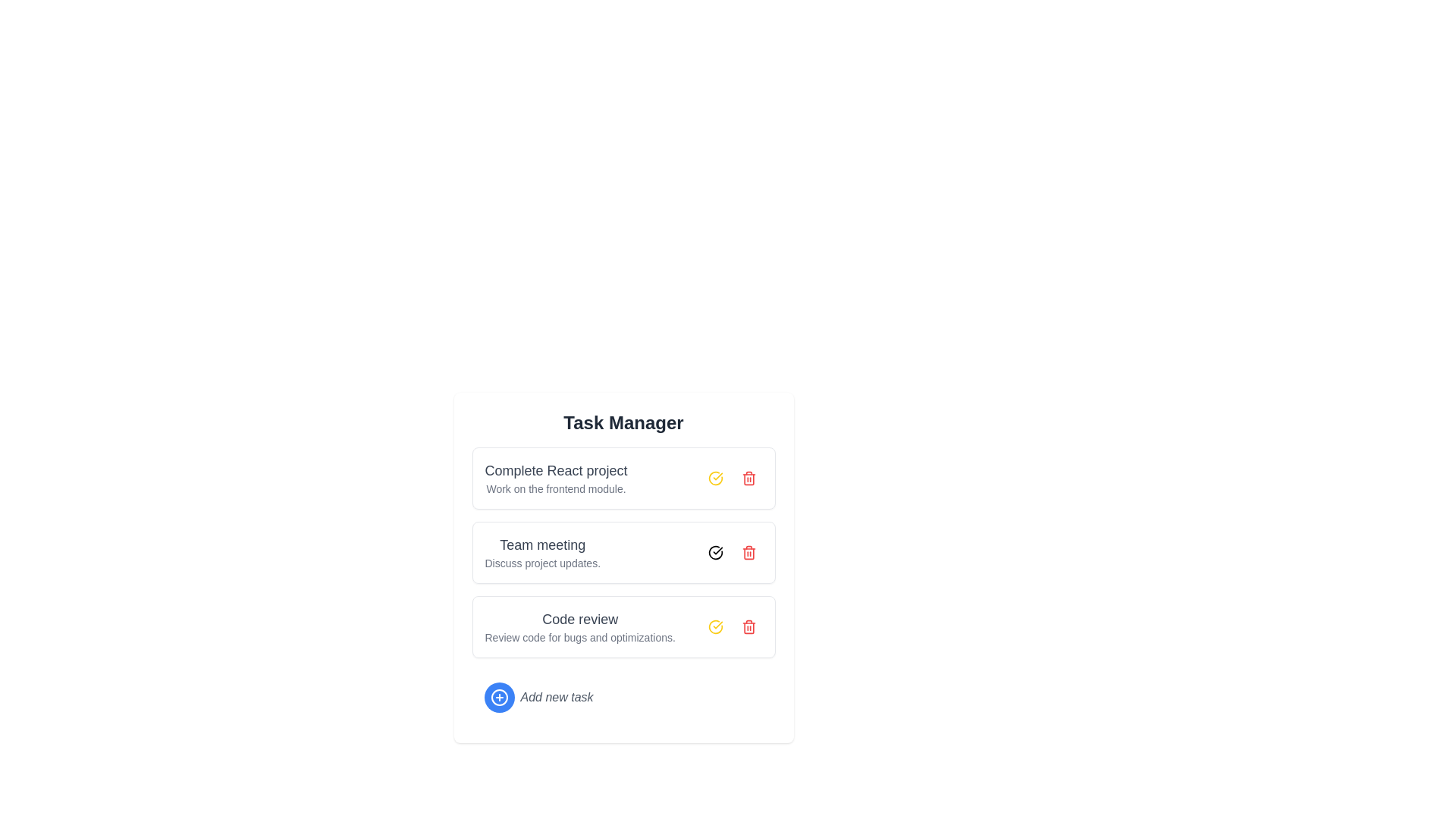 The width and height of the screenshot is (1456, 819). I want to click on the delete button located to the immediate right of the yellow check-mark icon in the first task of the task list, so click(748, 479).